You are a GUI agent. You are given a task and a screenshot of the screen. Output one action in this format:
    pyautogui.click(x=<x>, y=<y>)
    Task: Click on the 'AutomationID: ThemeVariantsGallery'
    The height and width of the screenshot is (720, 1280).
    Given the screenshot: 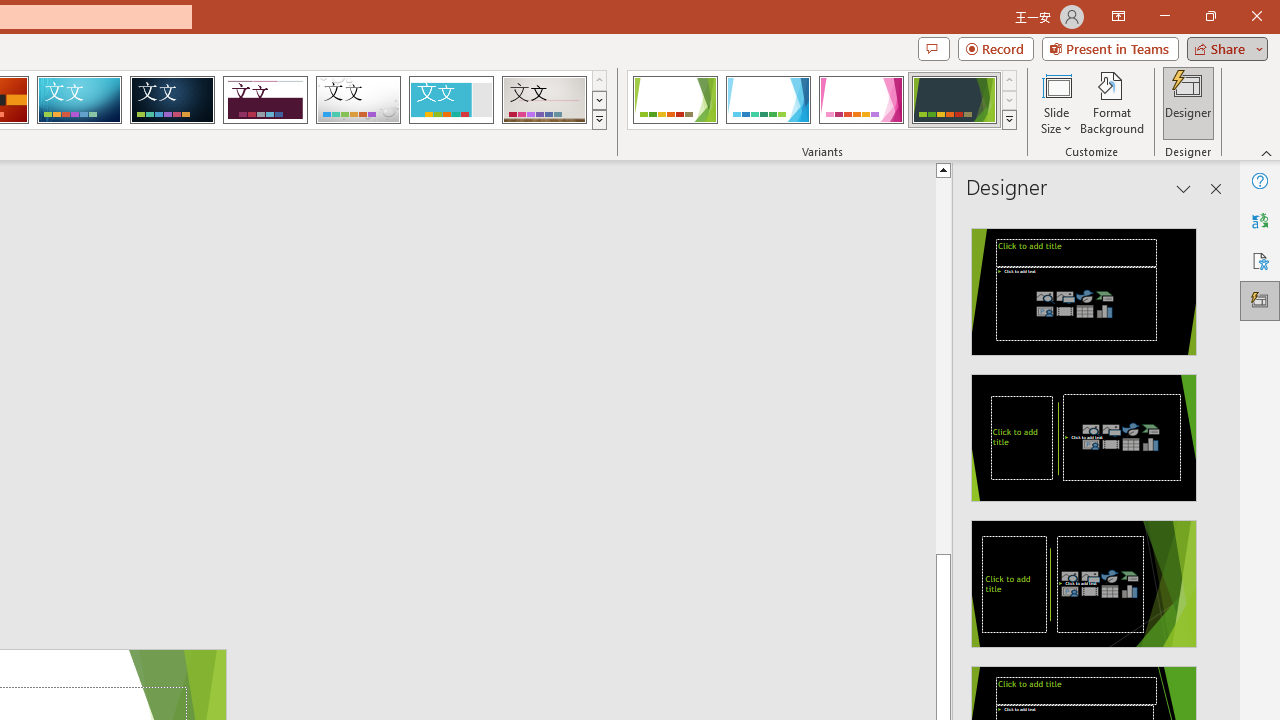 What is the action you would take?
    pyautogui.click(x=823, y=100)
    